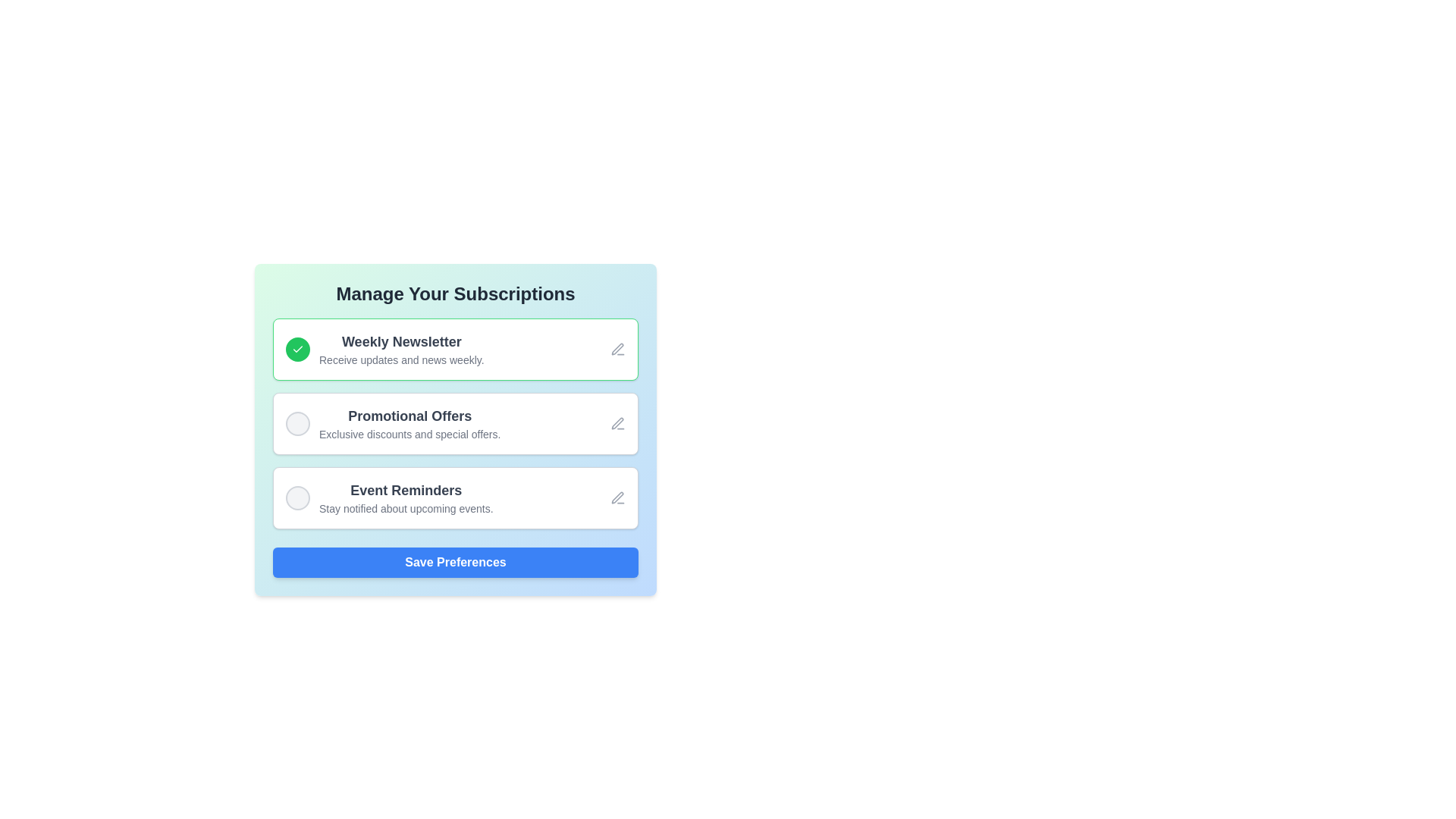  What do you see at coordinates (401, 359) in the screenshot?
I see `the text element providing supplementary details about the 'Weekly Newsletter' subscription, located directly underneath its title` at bounding box center [401, 359].